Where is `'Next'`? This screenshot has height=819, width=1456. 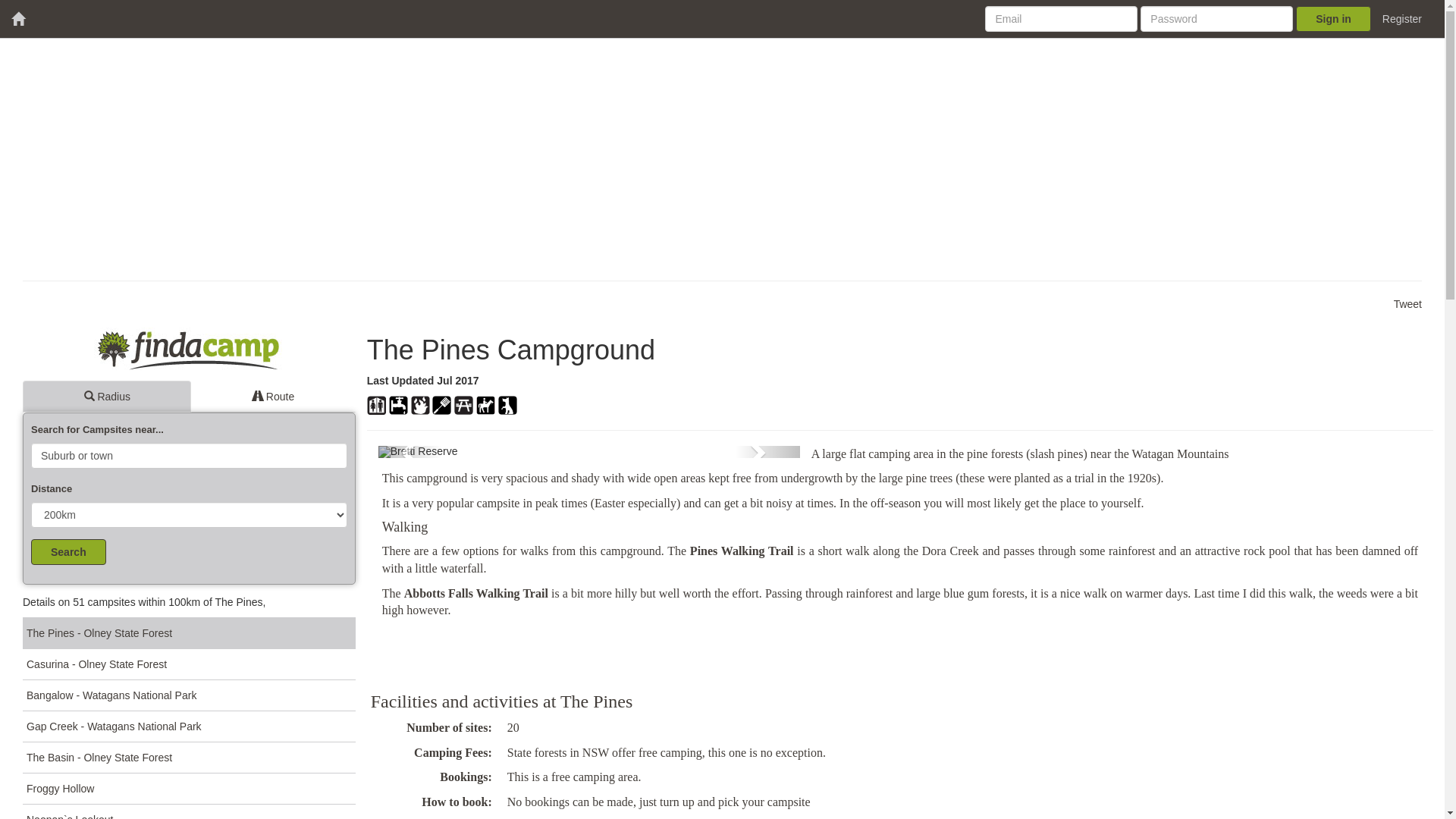
'Next' is located at coordinates (767, 451).